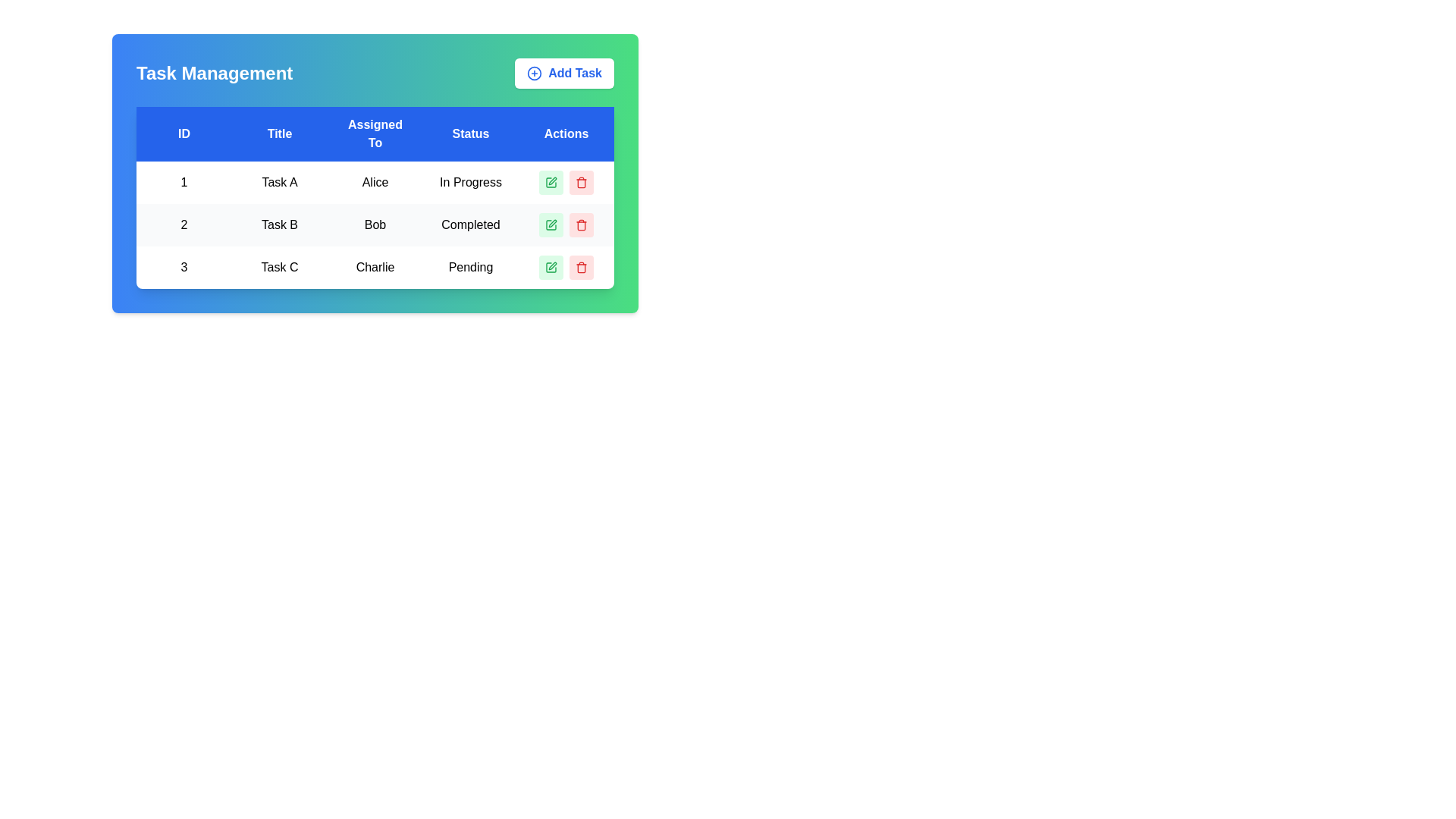 Image resolution: width=1456 pixels, height=819 pixels. Describe the element at coordinates (550, 267) in the screenshot. I see `the 'Edit' button located in the 'Actions' column of the third row for the task titled 'Task C'` at that location.